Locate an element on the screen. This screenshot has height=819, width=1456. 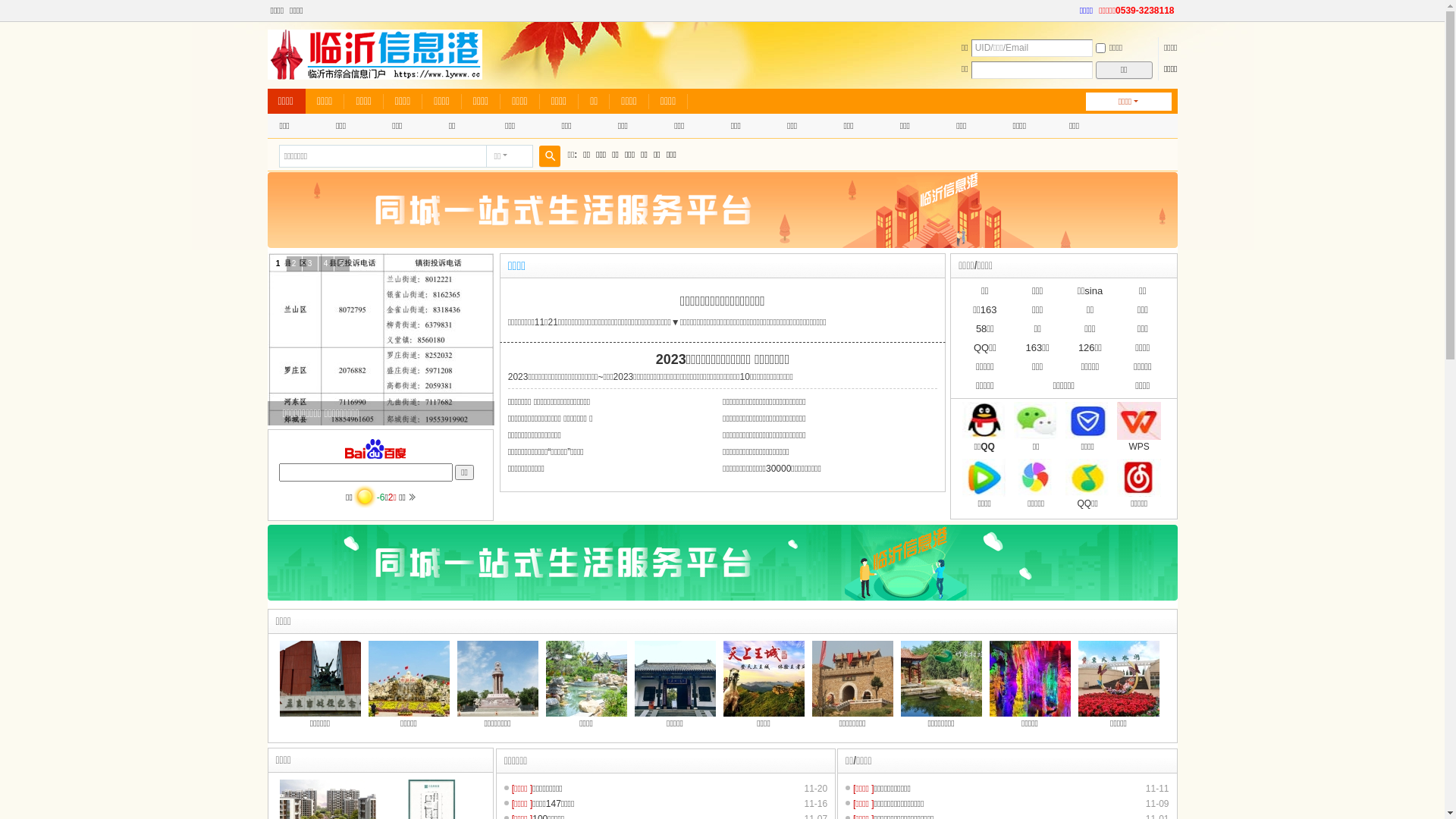
'WPS' is located at coordinates (1128, 446).